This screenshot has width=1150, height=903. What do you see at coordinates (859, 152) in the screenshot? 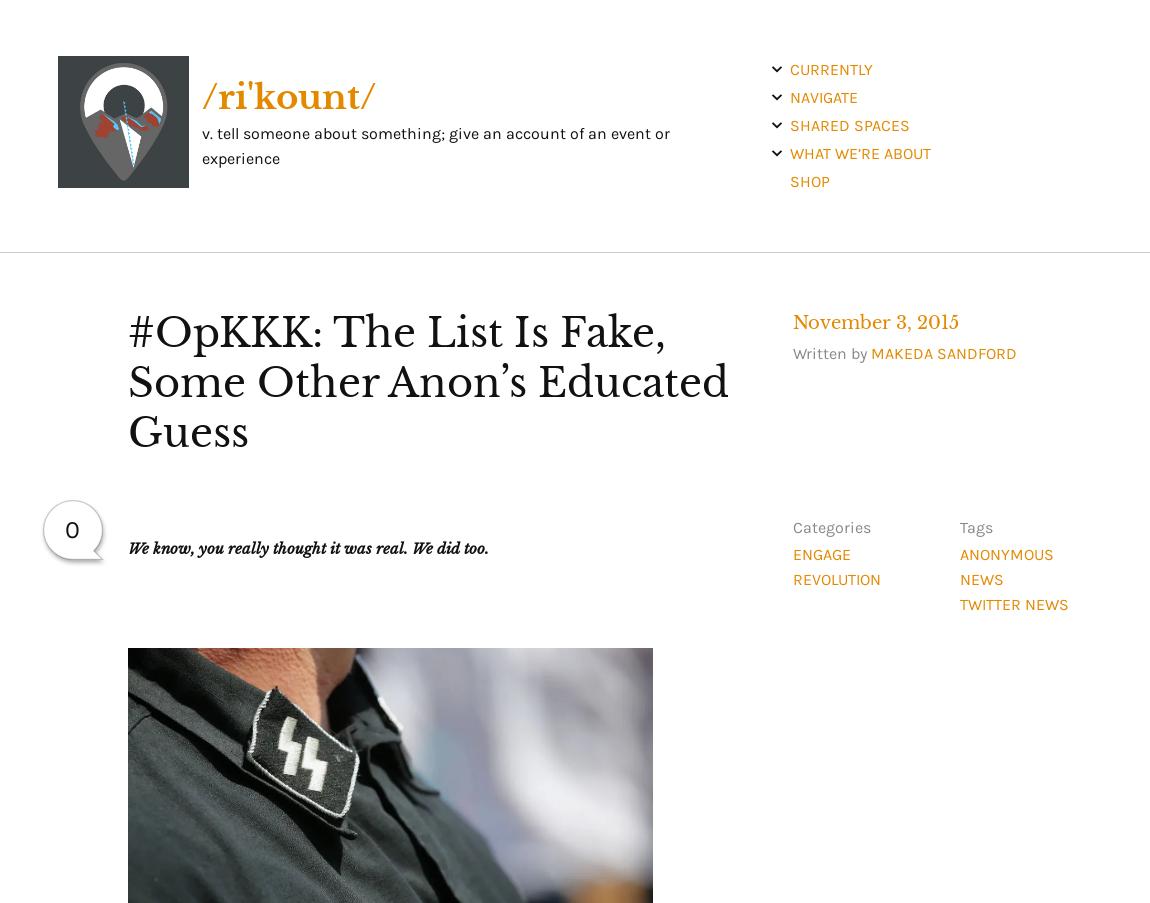
I see `'what we’re about'` at bounding box center [859, 152].